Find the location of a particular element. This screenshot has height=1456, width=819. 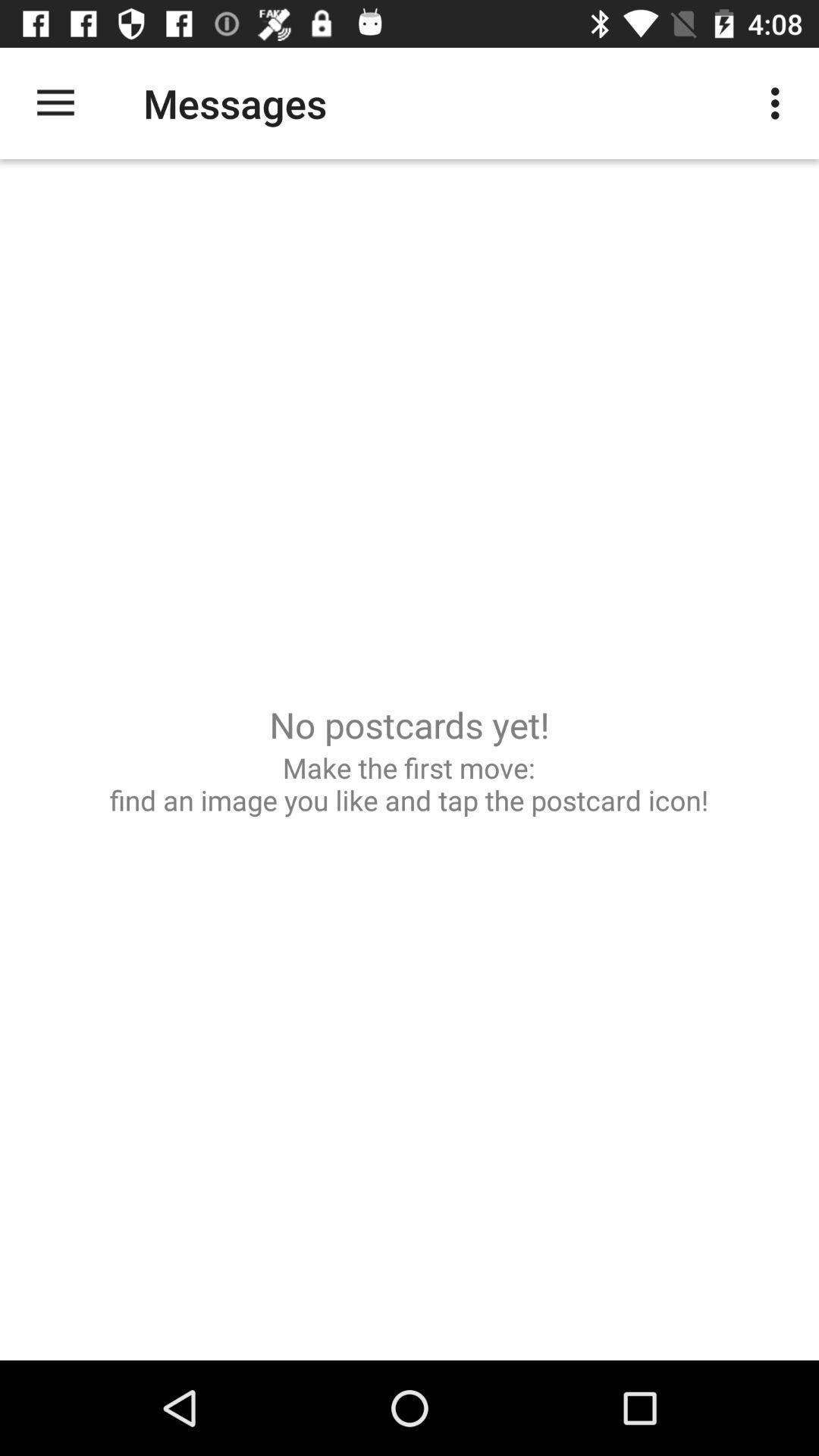

the item to the right of the messages icon is located at coordinates (779, 102).